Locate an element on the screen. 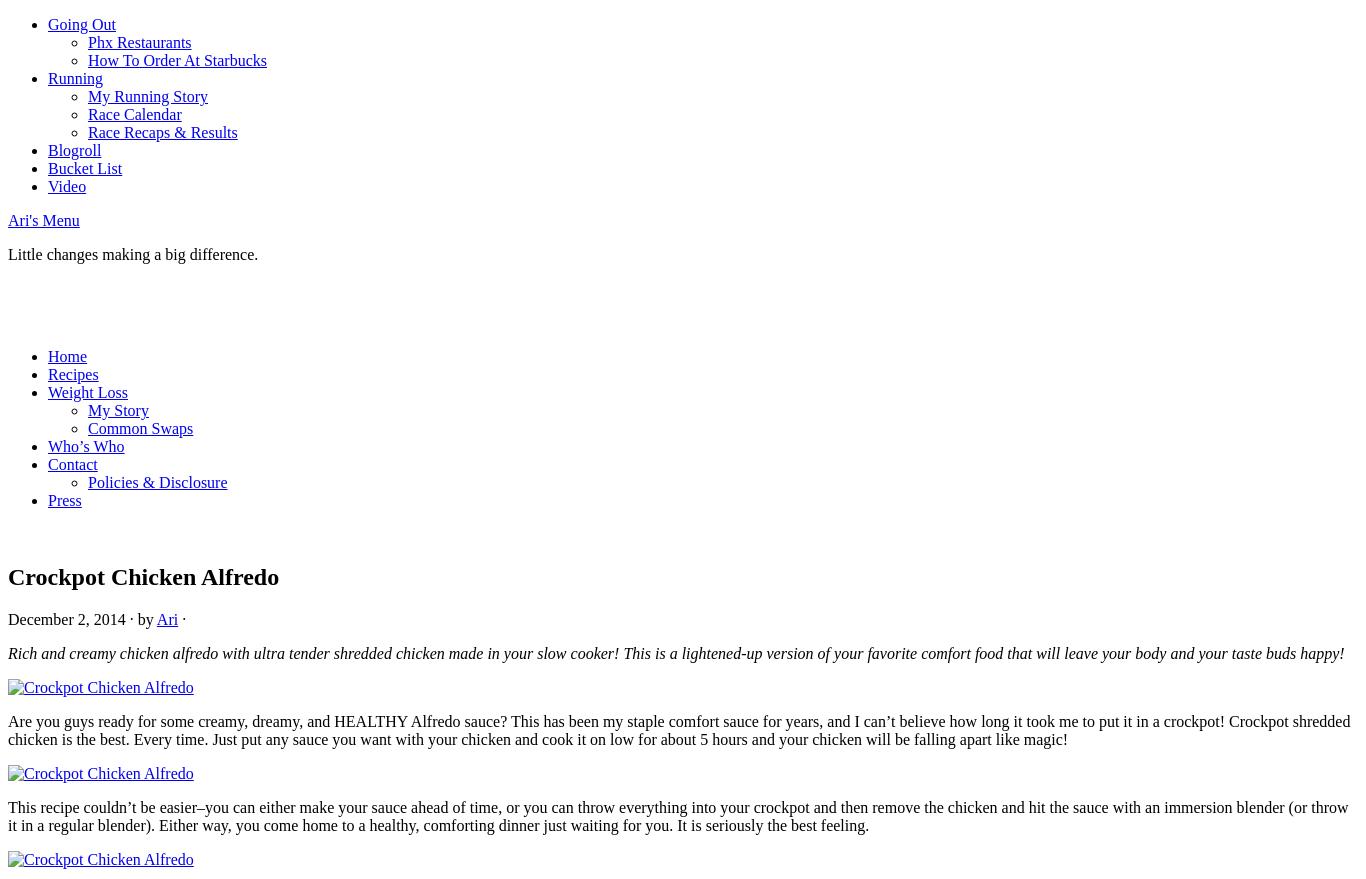 This screenshot has width=1366, height=879. 'Are you guys ready for some creamy, dreamy, and HEALTHY Alfredo sauce? This has been my staple comfort sauce for years, and I can’t believe how long it took me to put it in a crockpot! Crockpot shredded chicken is the best. Every time. Just put any sauce you want with your chicken and cook it on low for about 5 hours and your chicken will be falling apart like magic!' is located at coordinates (678, 728).